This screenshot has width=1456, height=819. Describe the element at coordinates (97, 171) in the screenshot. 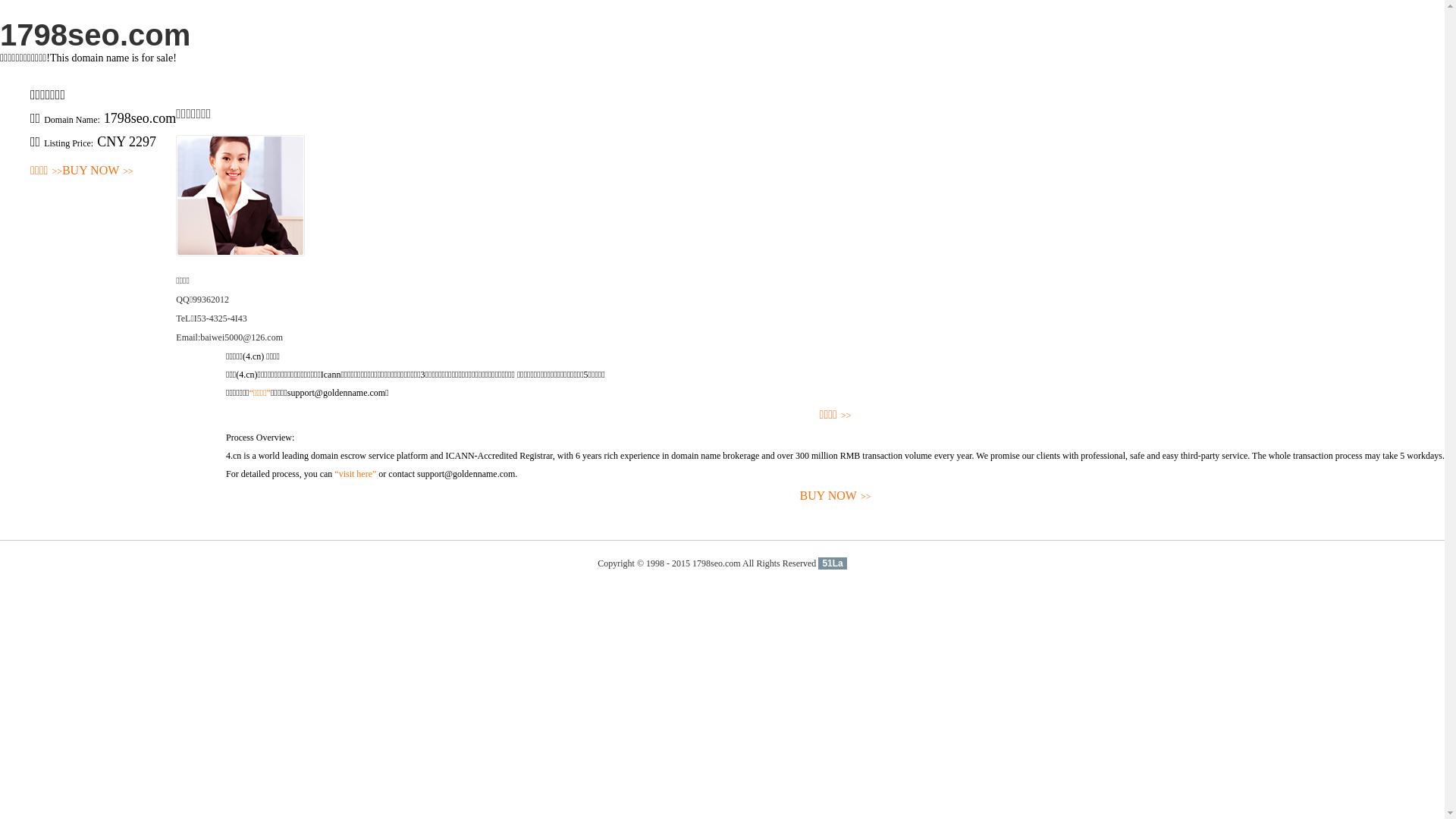

I see `'BUY NOW>>'` at that location.